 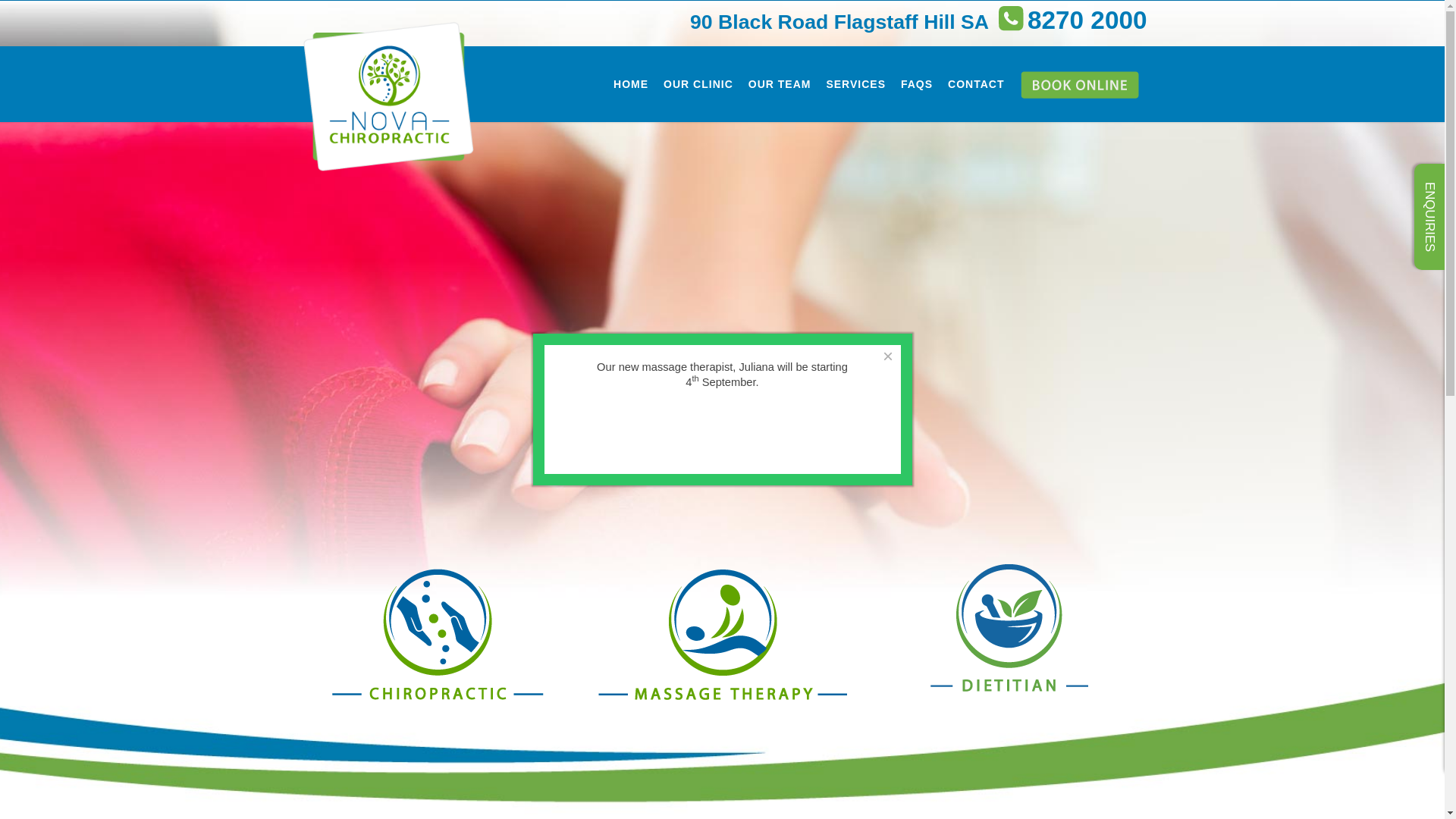 I want to click on 'OUR TEAM', so click(x=780, y=84).